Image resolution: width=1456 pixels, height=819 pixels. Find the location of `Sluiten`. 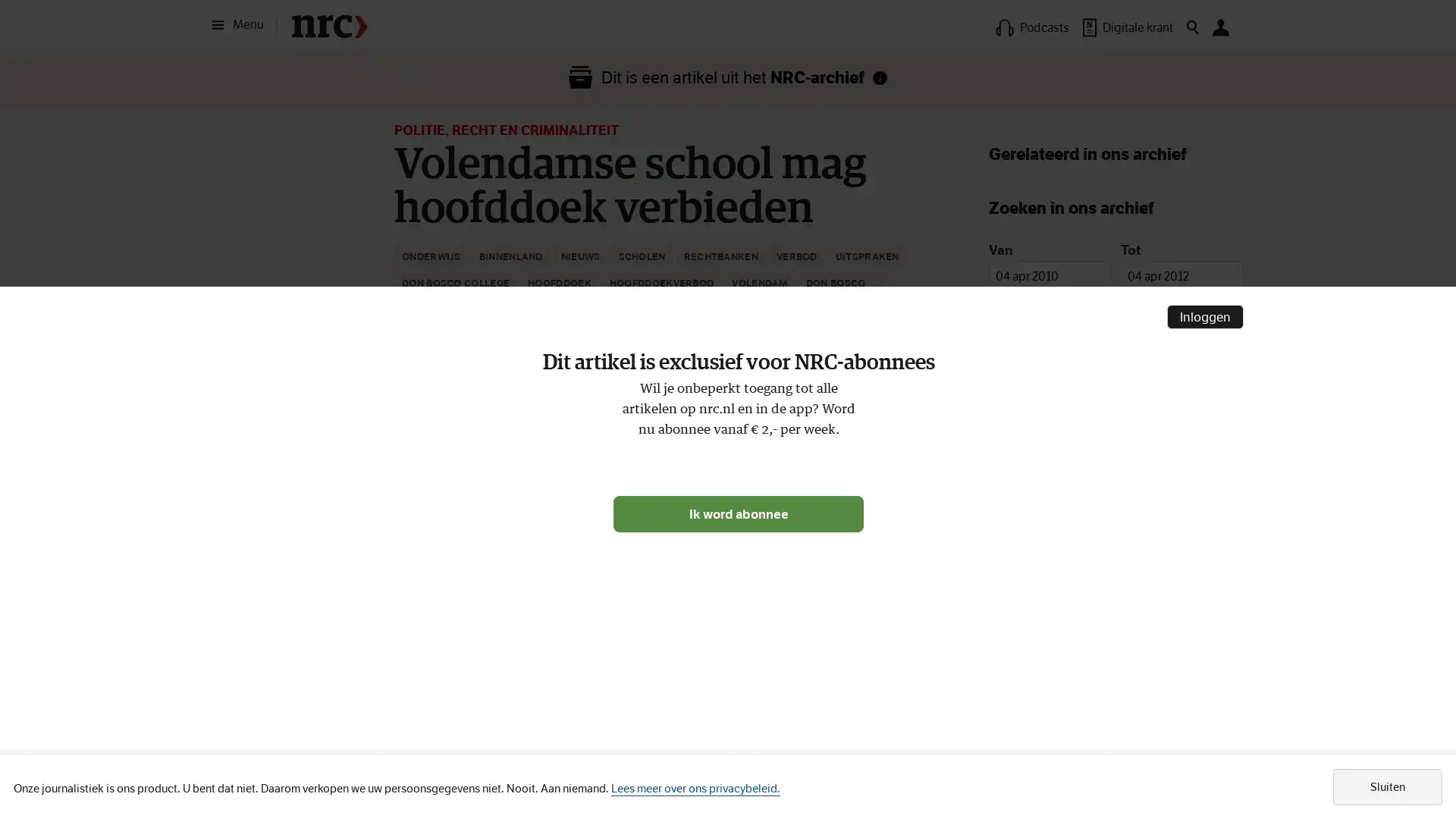

Sluiten is located at coordinates (1387, 786).